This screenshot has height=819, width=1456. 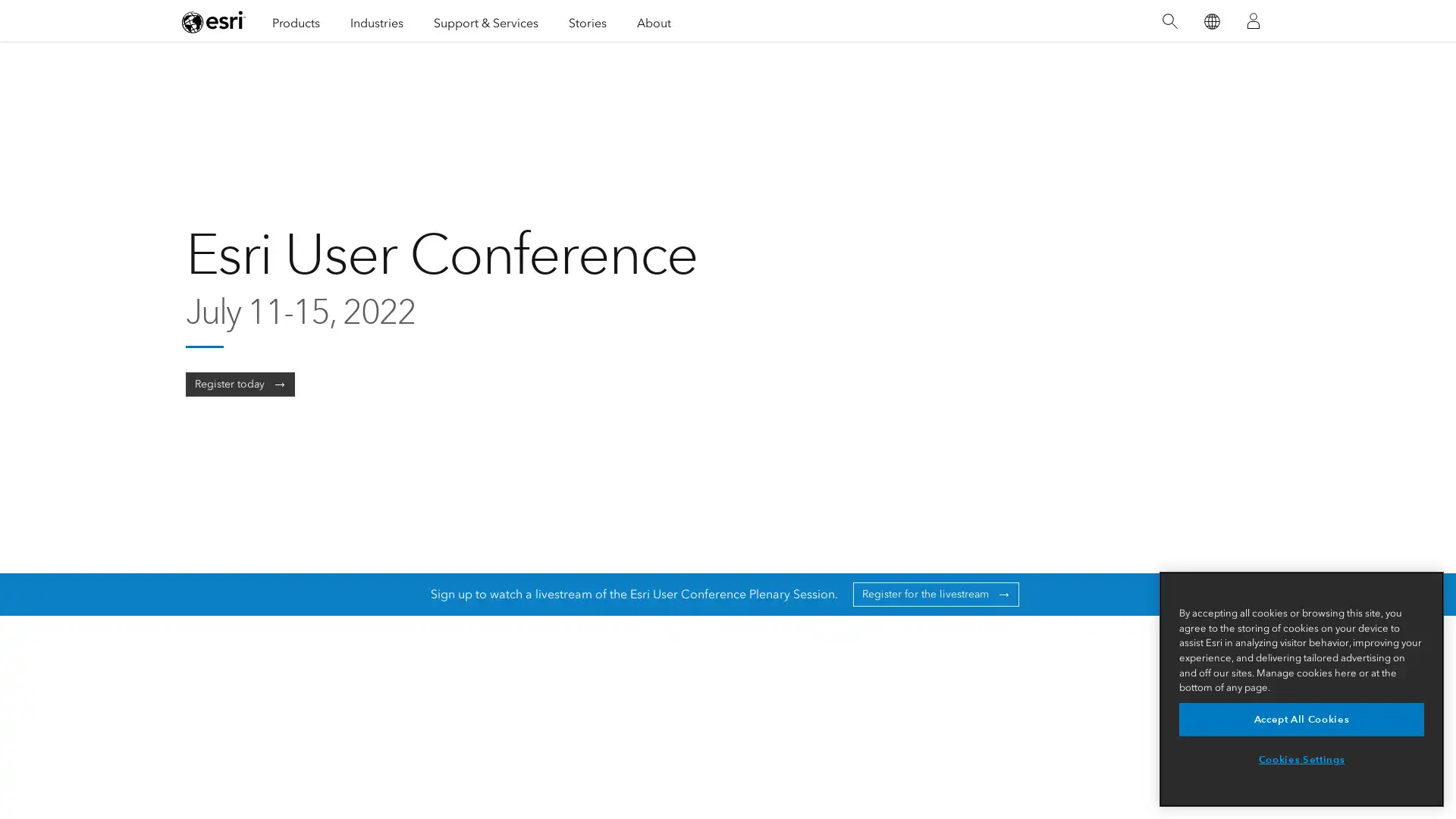 What do you see at coordinates (586, 20) in the screenshot?
I see `Stories` at bounding box center [586, 20].